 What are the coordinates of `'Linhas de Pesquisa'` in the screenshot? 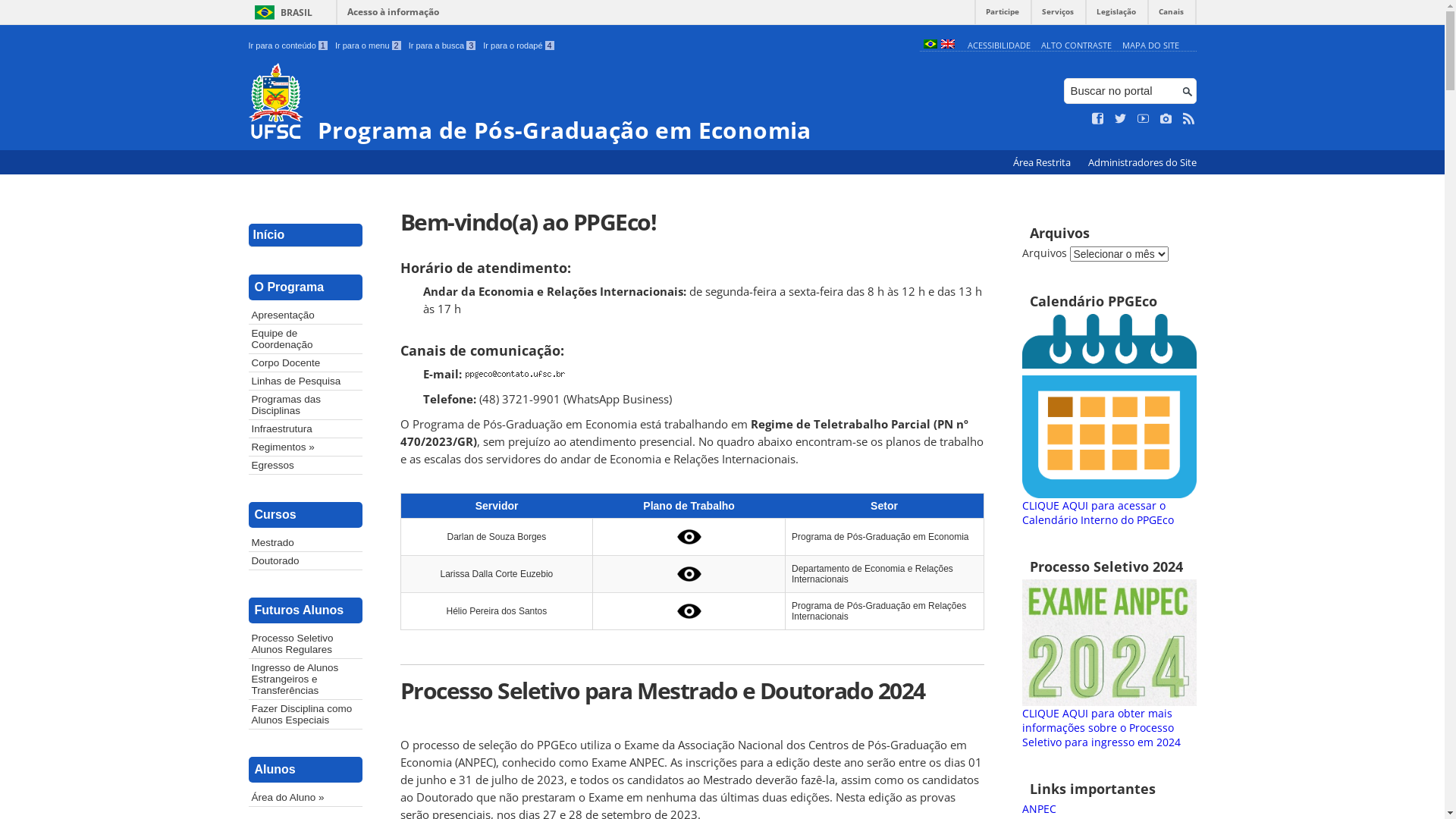 It's located at (248, 380).